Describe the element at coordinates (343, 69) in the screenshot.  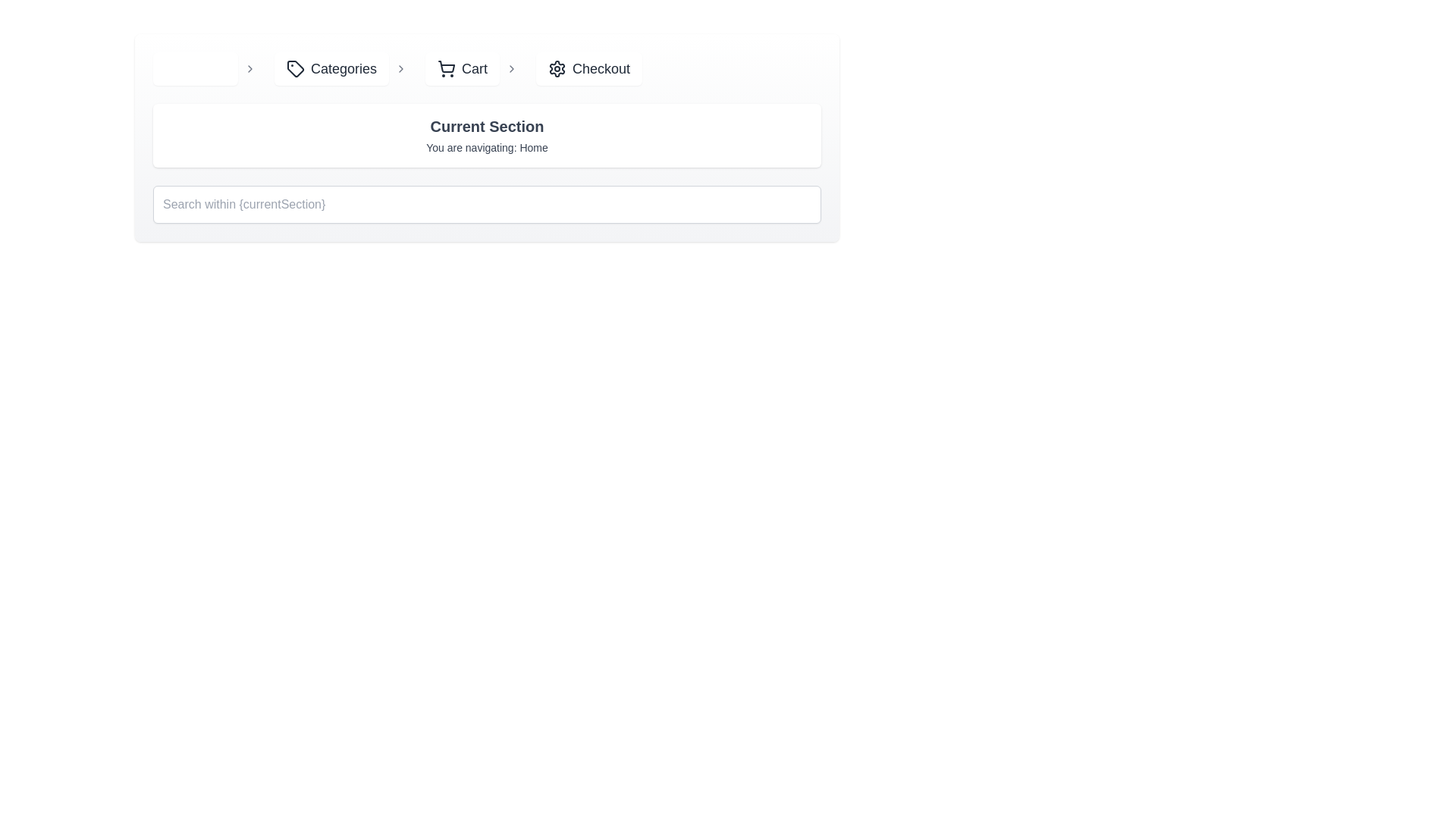
I see `the 'Categories' text label in the navigation bar, which is styled in bold, medium-sized font and positioned next to a tag icon` at that location.